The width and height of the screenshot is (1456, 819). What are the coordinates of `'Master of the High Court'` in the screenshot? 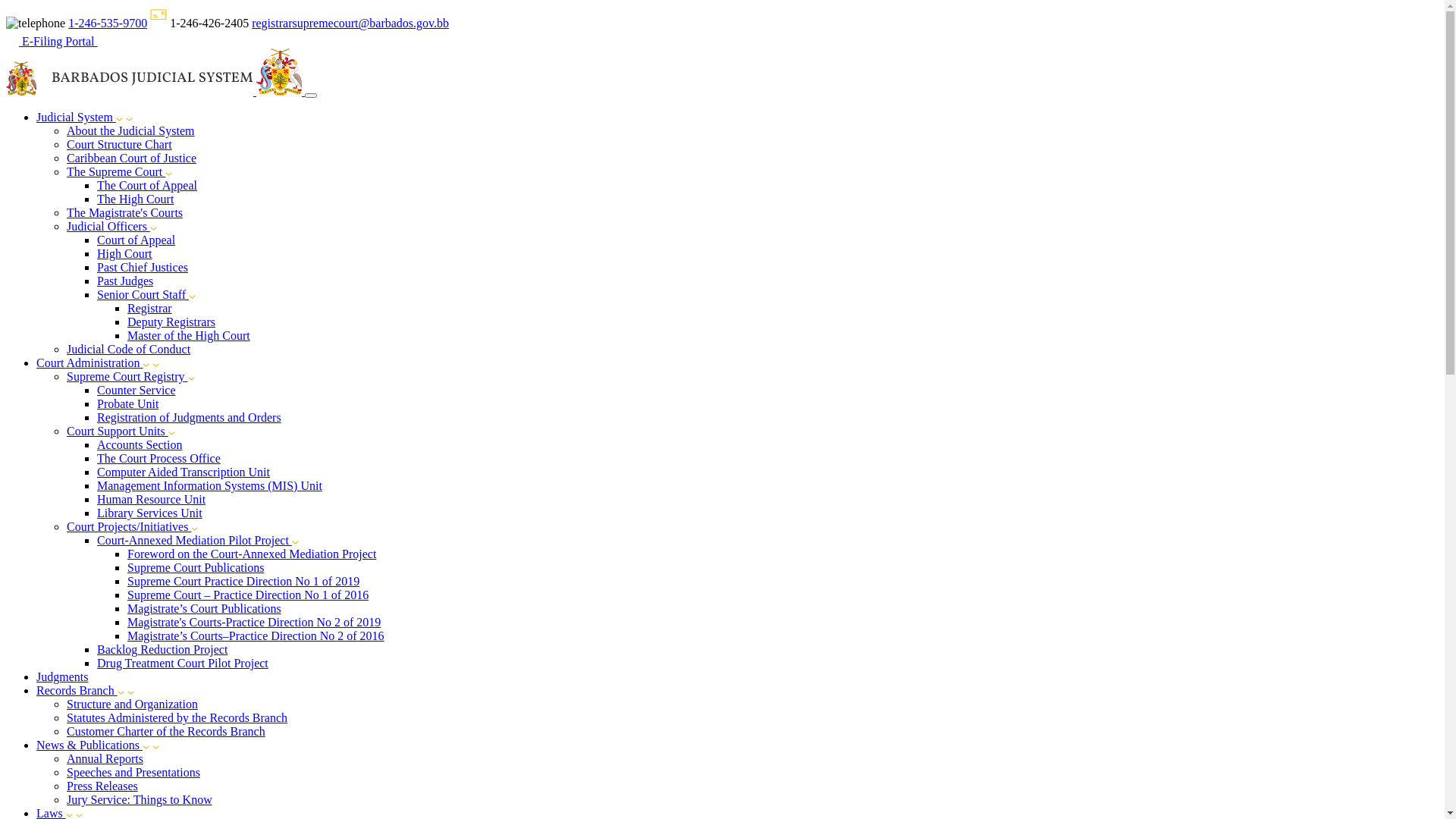 It's located at (188, 334).